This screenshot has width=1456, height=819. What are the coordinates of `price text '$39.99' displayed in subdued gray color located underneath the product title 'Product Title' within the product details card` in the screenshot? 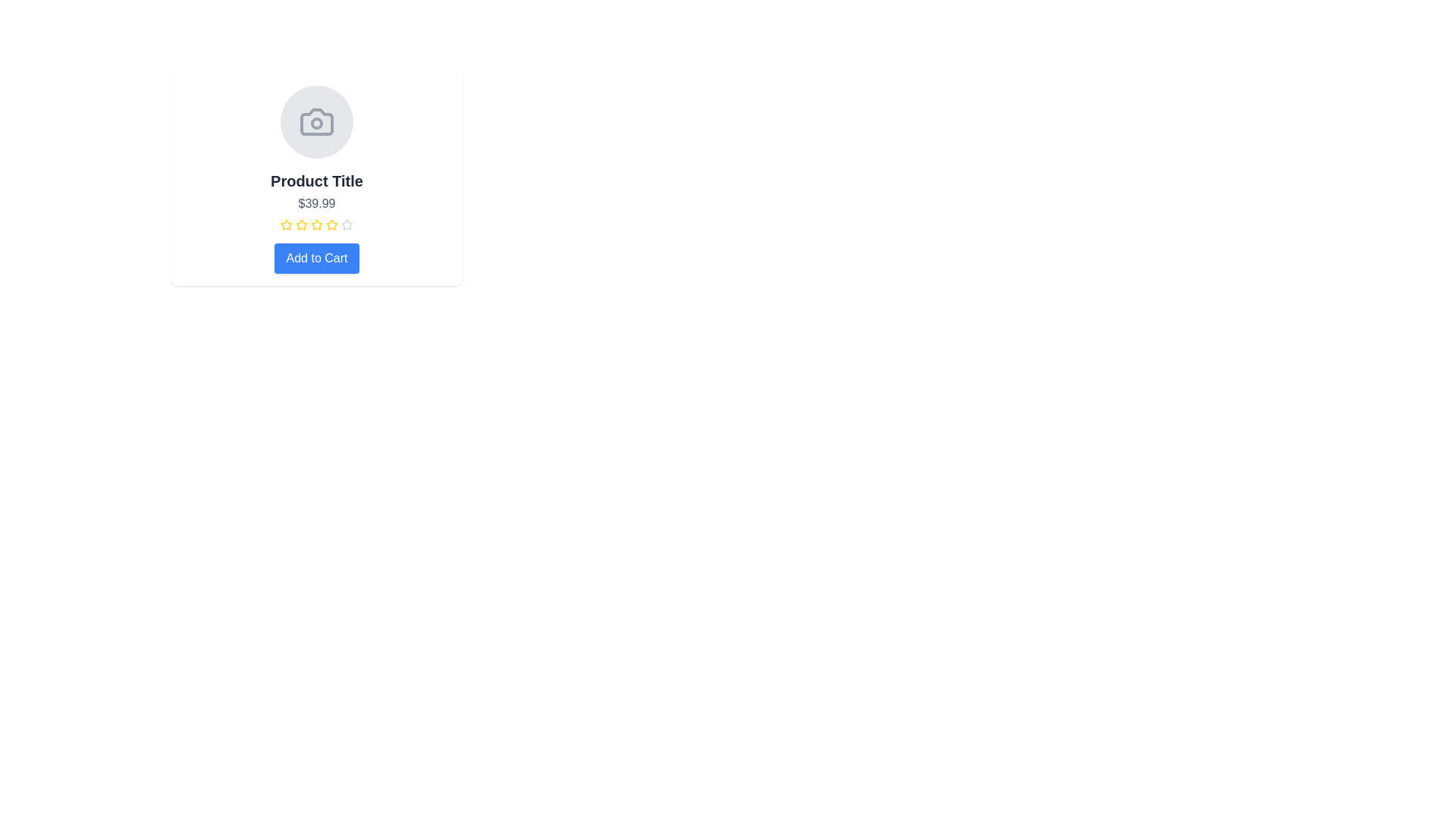 It's located at (315, 203).